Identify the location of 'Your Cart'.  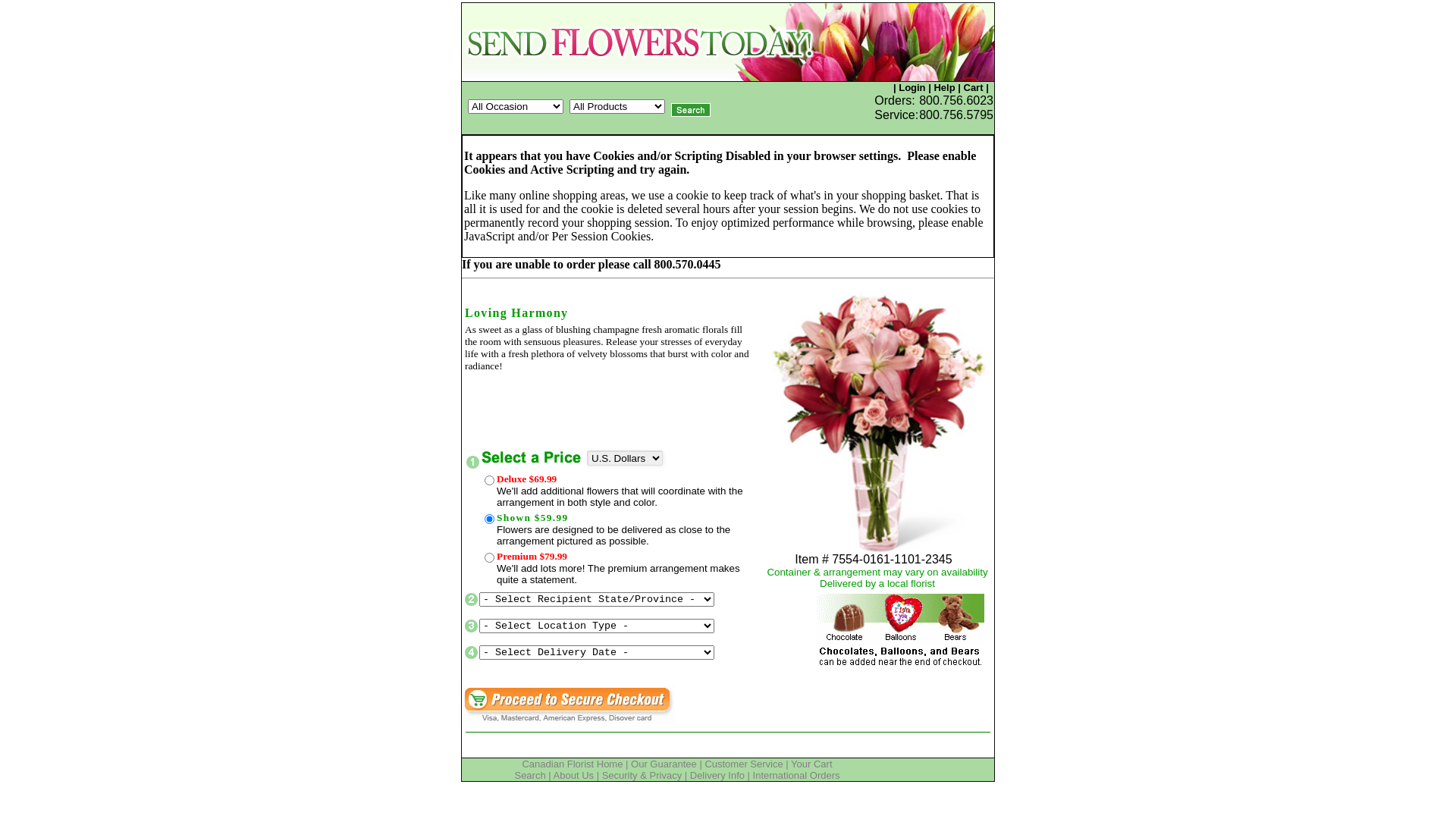
(811, 764).